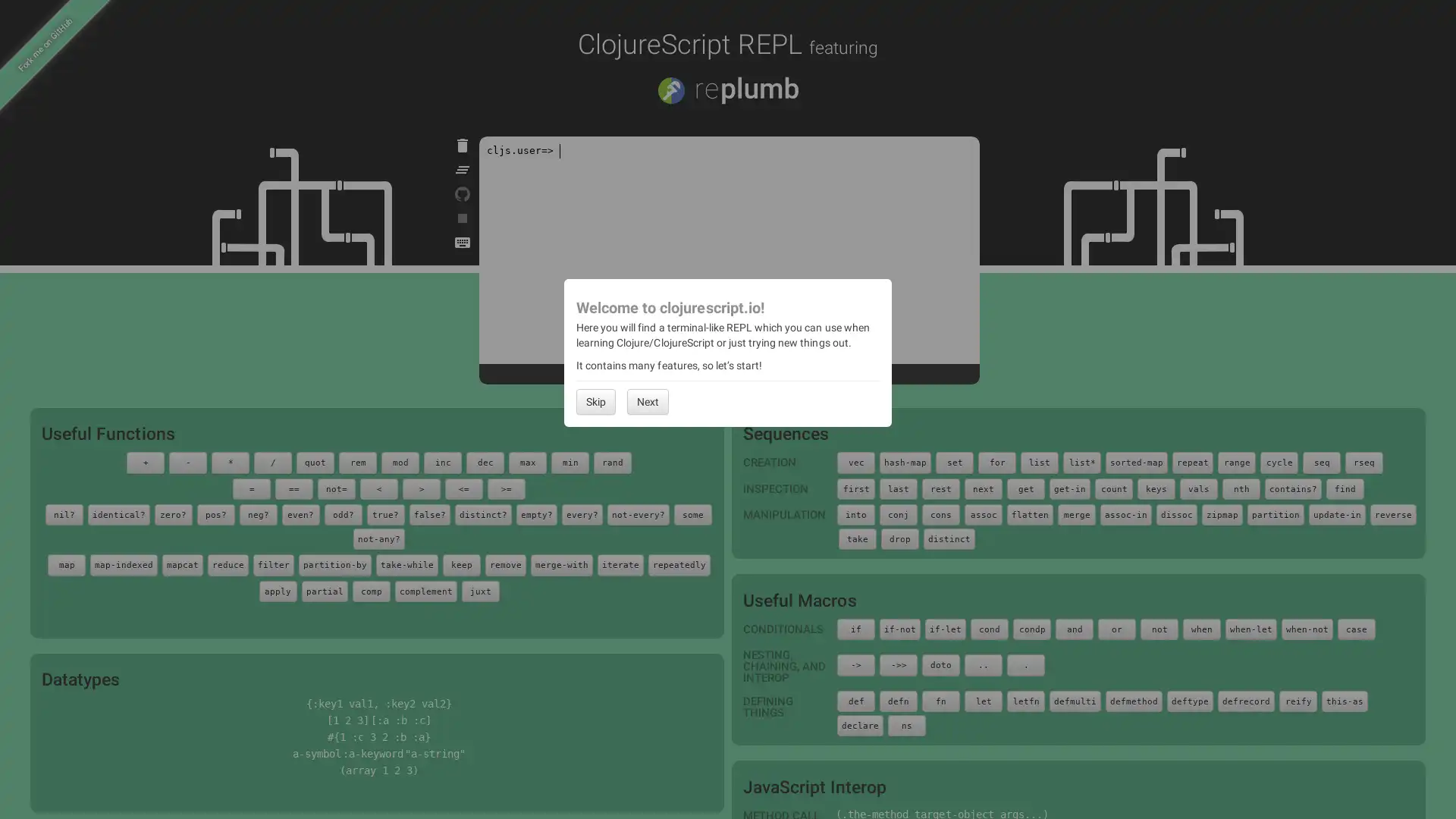 The image size is (1456, 819). What do you see at coordinates (595, 400) in the screenshot?
I see `Skip` at bounding box center [595, 400].